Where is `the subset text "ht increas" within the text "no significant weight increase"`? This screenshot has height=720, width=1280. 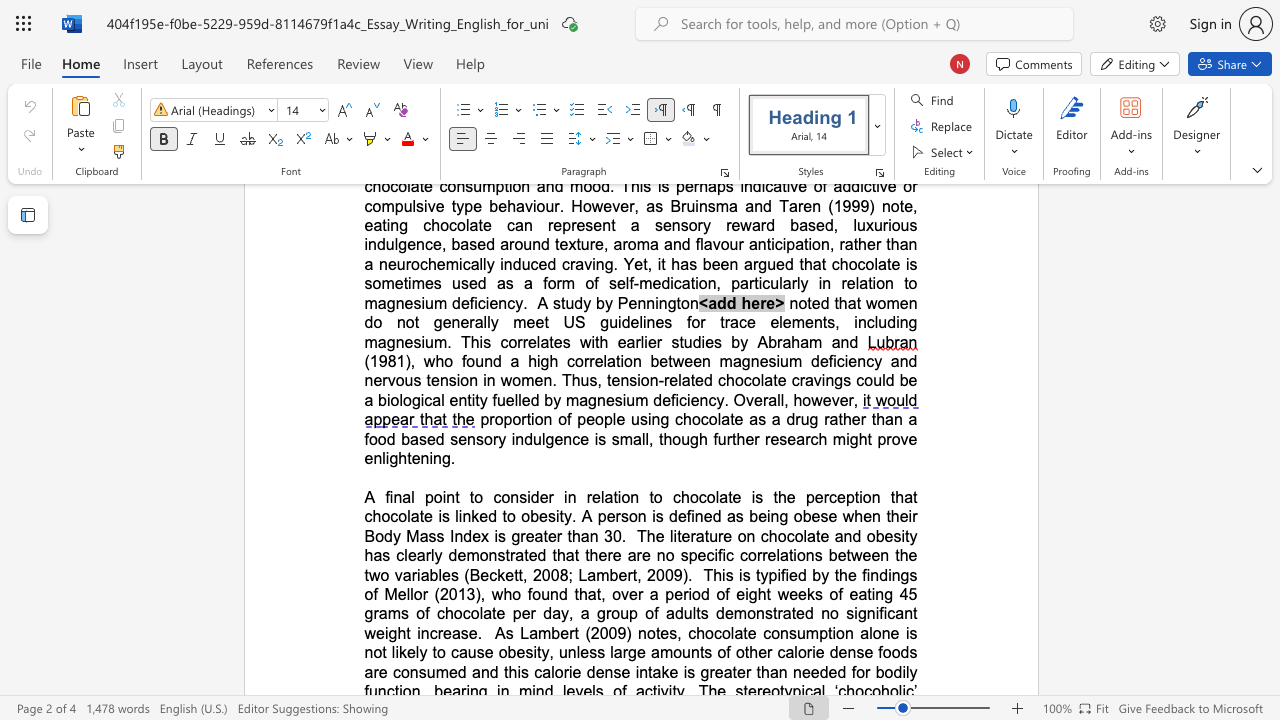
the subset text "ht increas" within the text "no significant weight increase" is located at coordinates (397, 633).